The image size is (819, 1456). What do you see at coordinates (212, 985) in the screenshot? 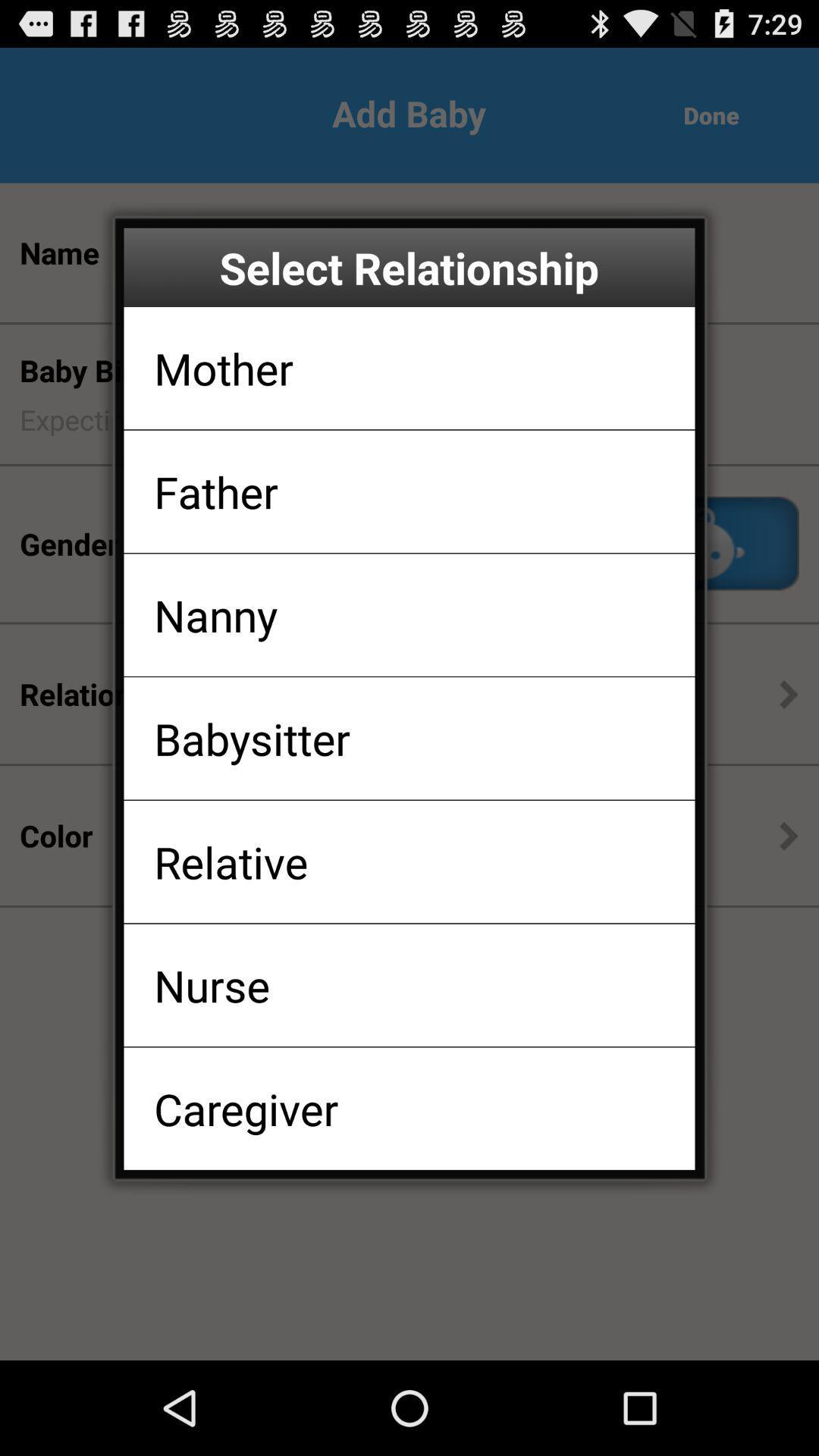
I see `nurse` at bounding box center [212, 985].